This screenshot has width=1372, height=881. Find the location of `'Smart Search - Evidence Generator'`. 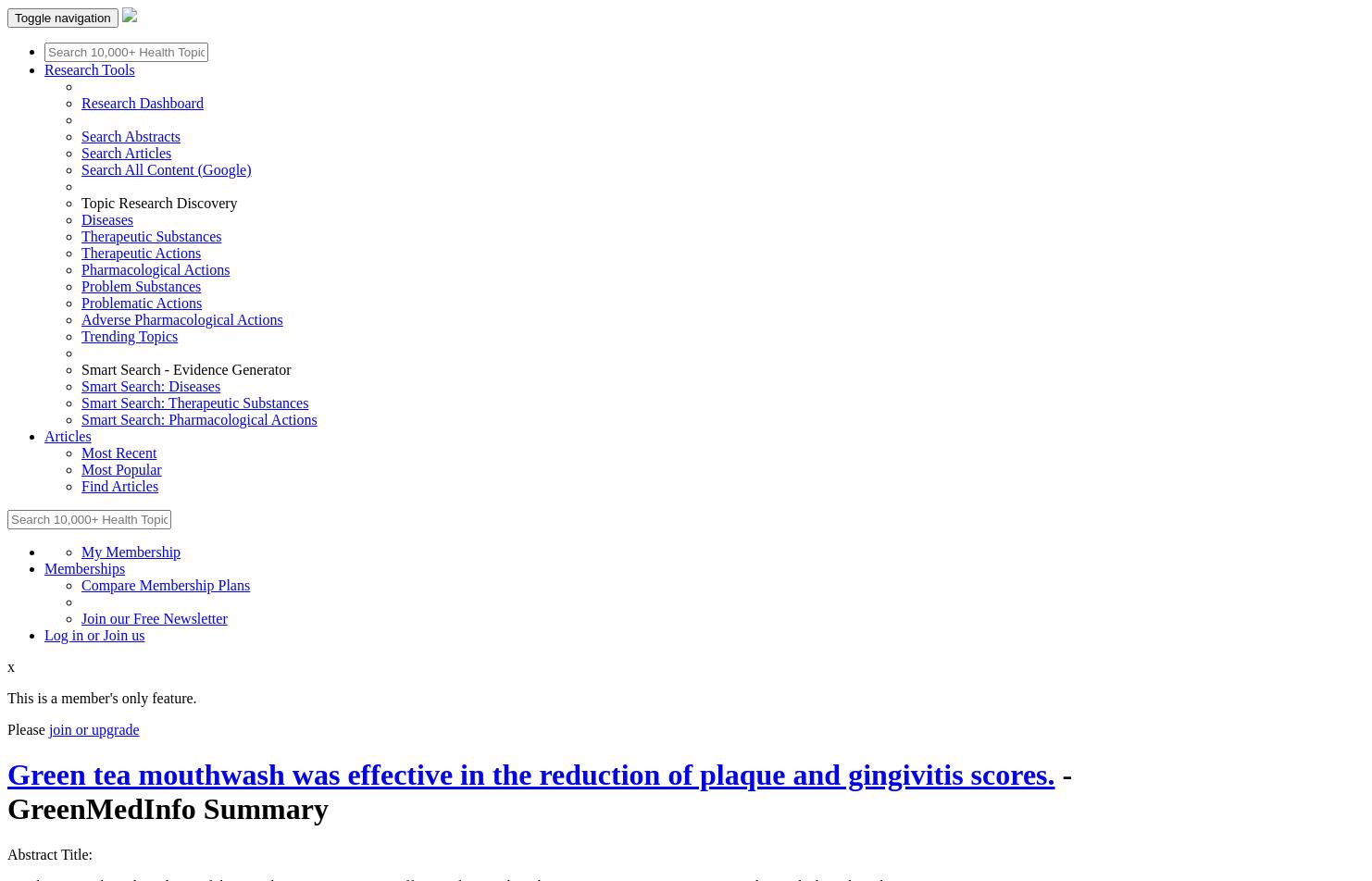

'Smart Search - Evidence Generator' is located at coordinates (185, 369).